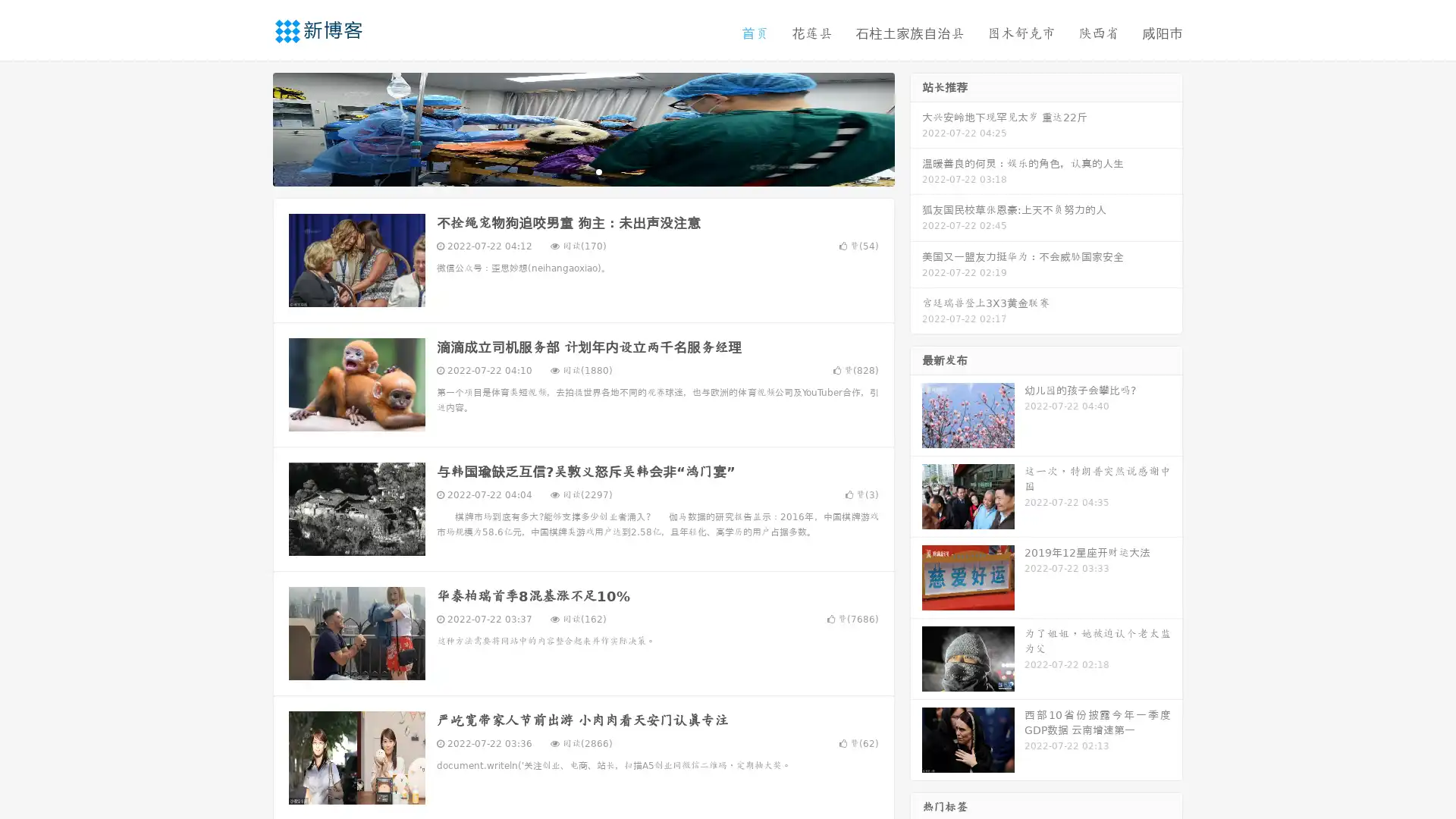 Image resolution: width=1456 pixels, height=819 pixels. Describe the element at coordinates (582, 171) in the screenshot. I see `Go to slide 2` at that location.